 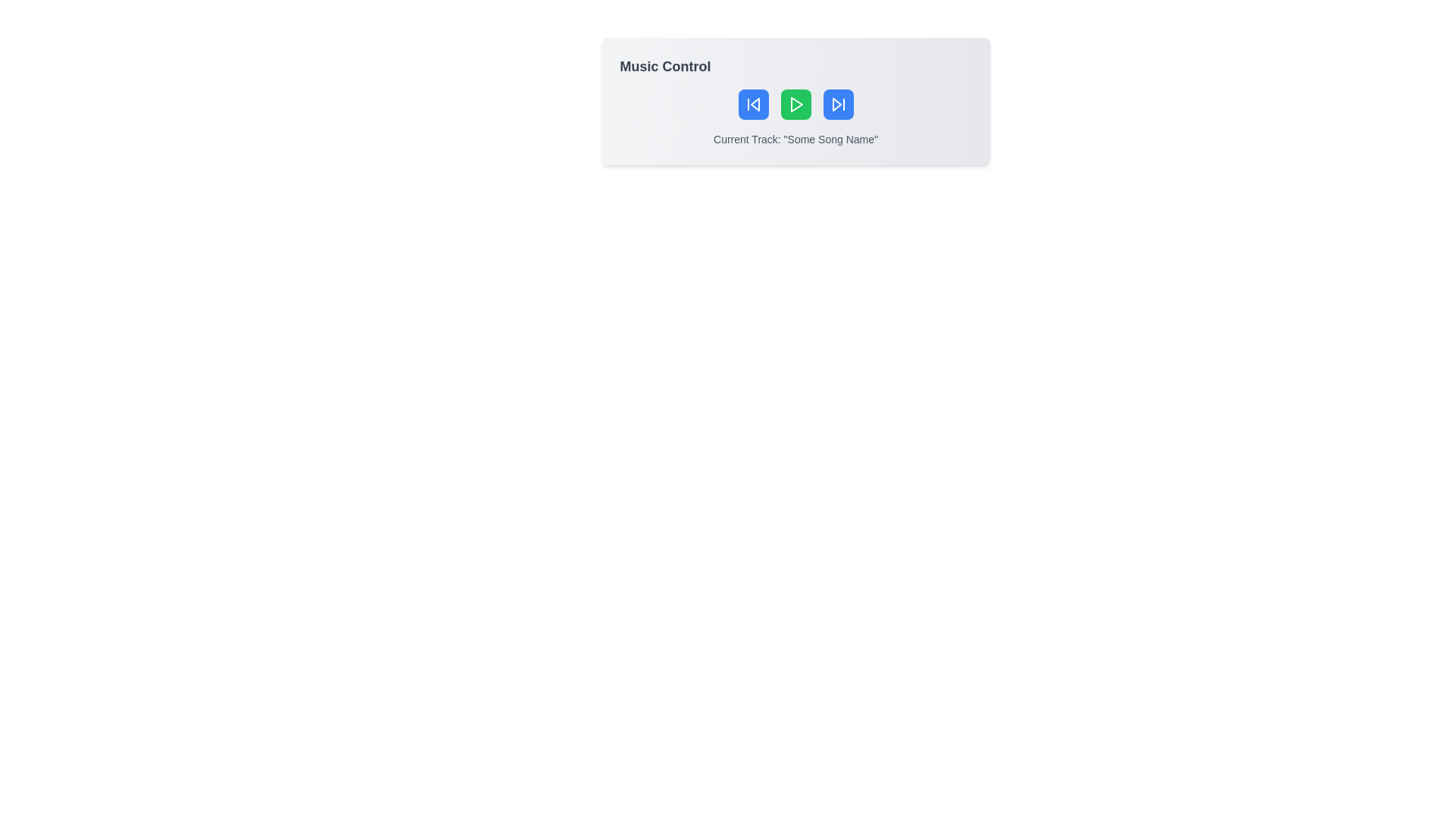 What do you see at coordinates (753, 104) in the screenshot?
I see `the 'Skip Back' button in the music player interface` at bounding box center [753, 104].